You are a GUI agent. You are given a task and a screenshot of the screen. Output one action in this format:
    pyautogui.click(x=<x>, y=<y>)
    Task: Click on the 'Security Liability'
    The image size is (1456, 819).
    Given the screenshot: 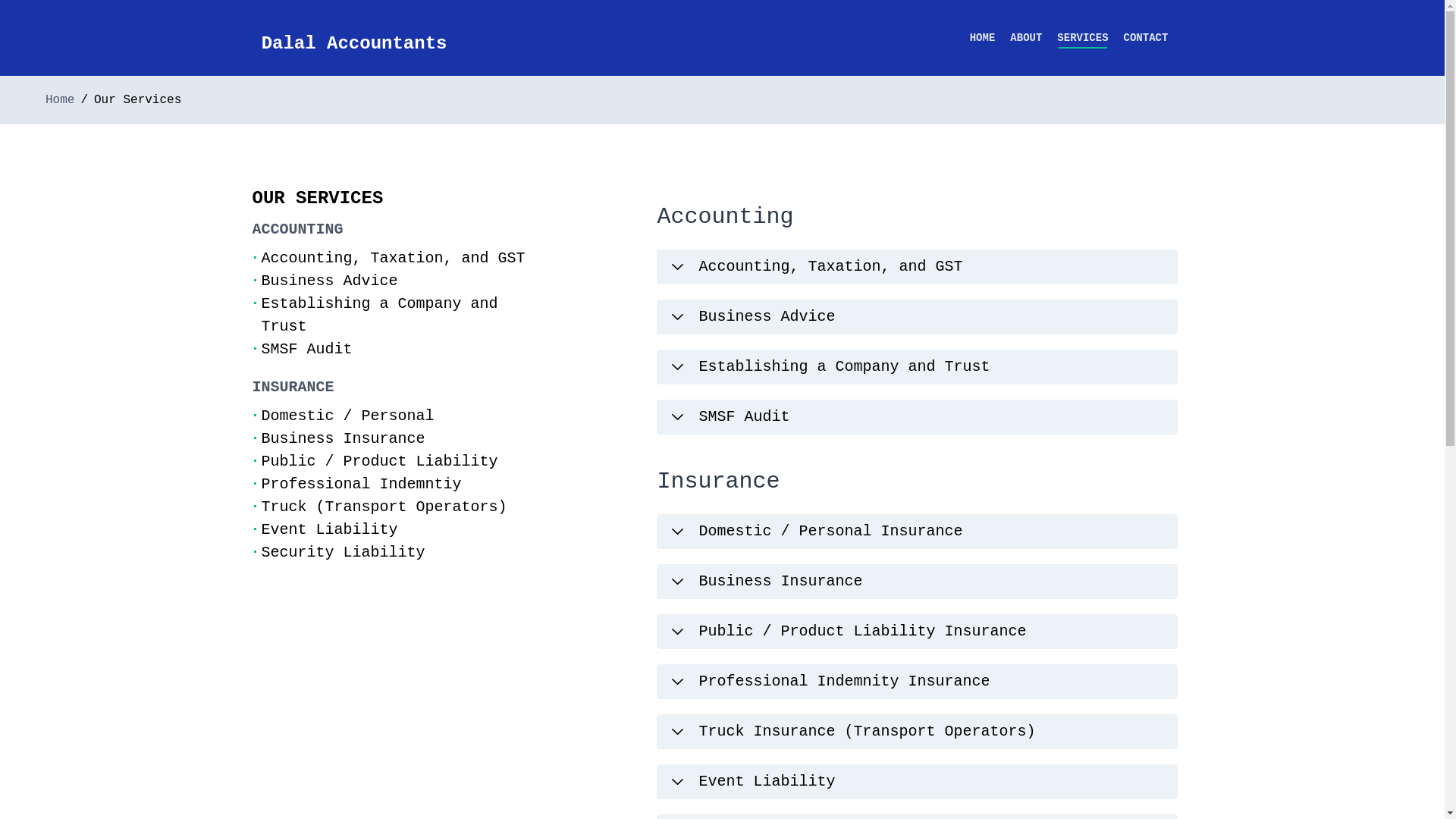 What is the action you would take?
    pyautogui.click(x=341, y=552)
    